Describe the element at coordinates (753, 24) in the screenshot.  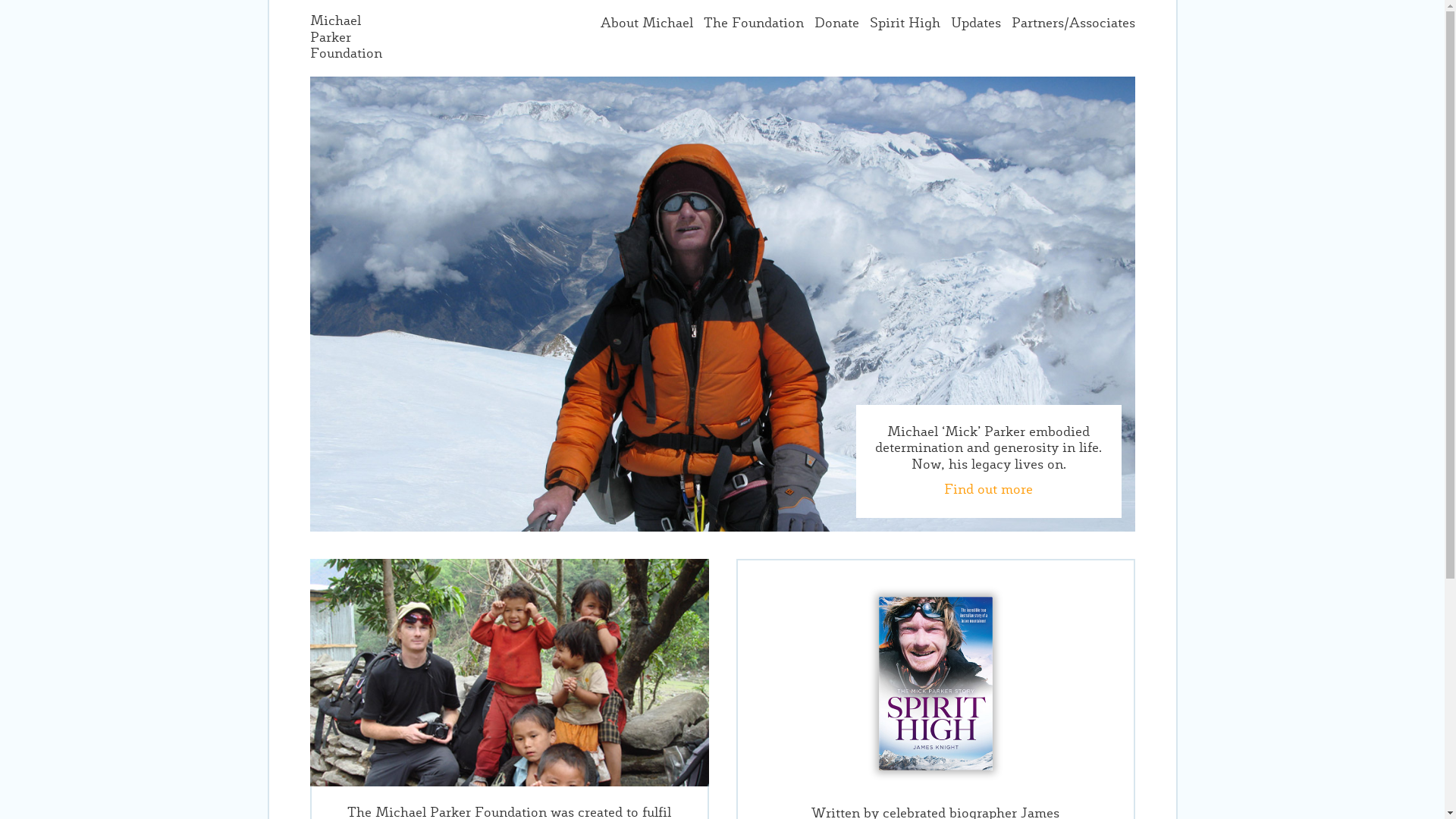
I see `'The Foundation'` at that location.